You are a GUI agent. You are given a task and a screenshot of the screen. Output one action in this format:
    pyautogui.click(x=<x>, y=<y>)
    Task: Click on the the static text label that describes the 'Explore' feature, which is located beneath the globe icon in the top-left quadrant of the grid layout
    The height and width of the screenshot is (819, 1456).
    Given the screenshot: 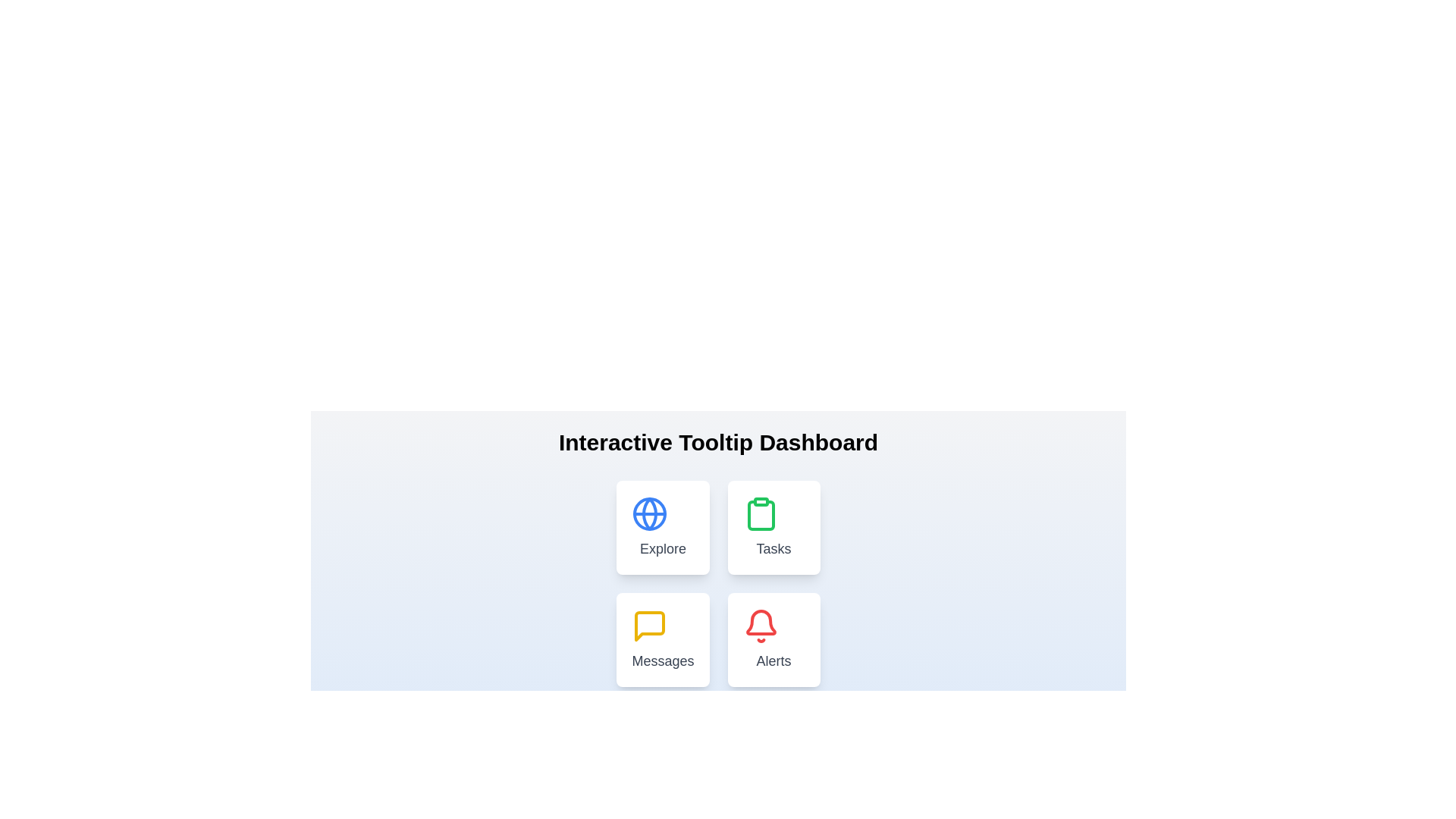 What is the action you would take?
    pyautogui.click(x=663, y=549)
    